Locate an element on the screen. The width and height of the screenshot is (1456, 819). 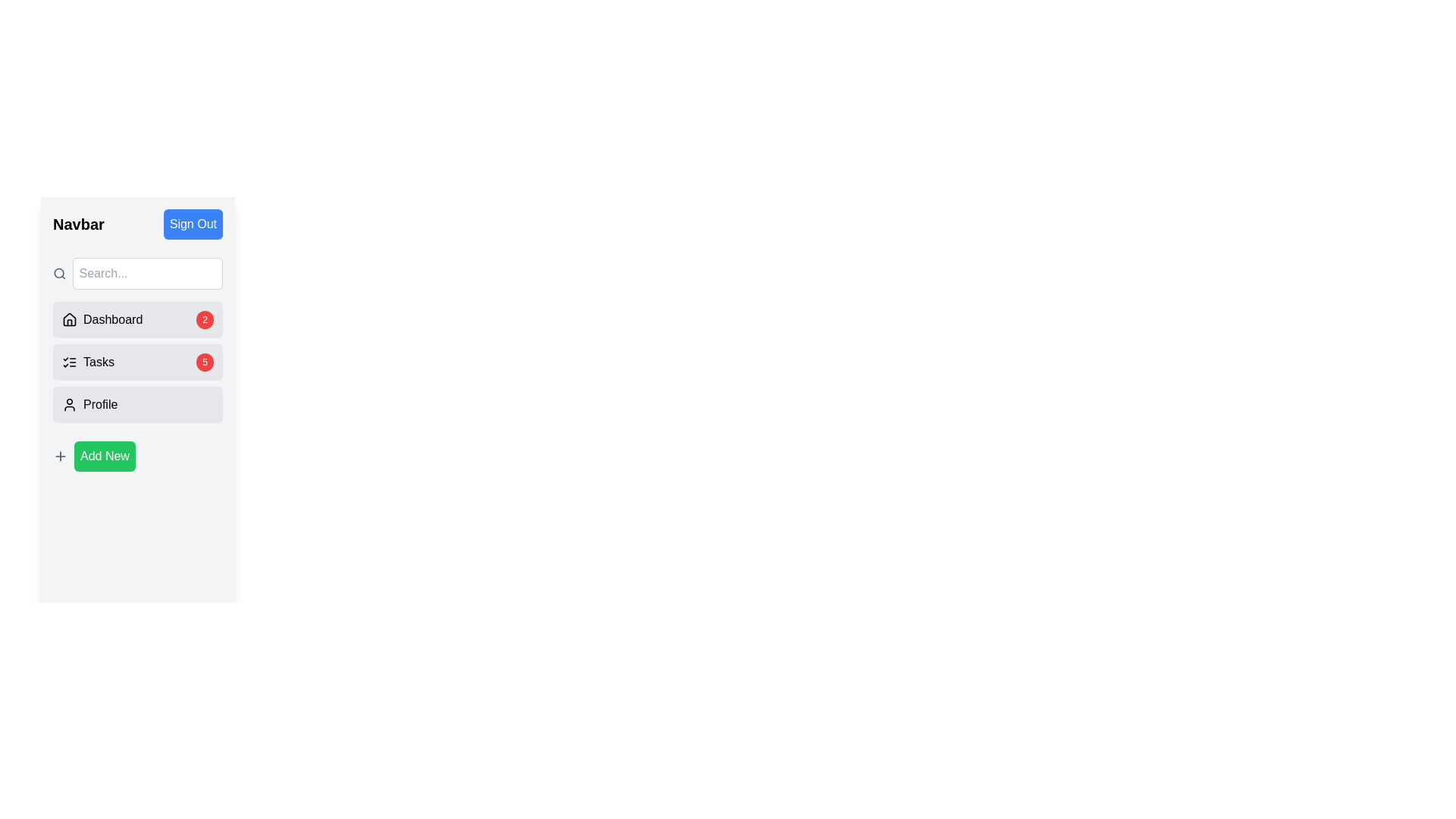
the SVG house icon located to the left of the 'Dashboard' label in the vertical navigation menu for accessibility navigation is located at coordinates (68, 318).